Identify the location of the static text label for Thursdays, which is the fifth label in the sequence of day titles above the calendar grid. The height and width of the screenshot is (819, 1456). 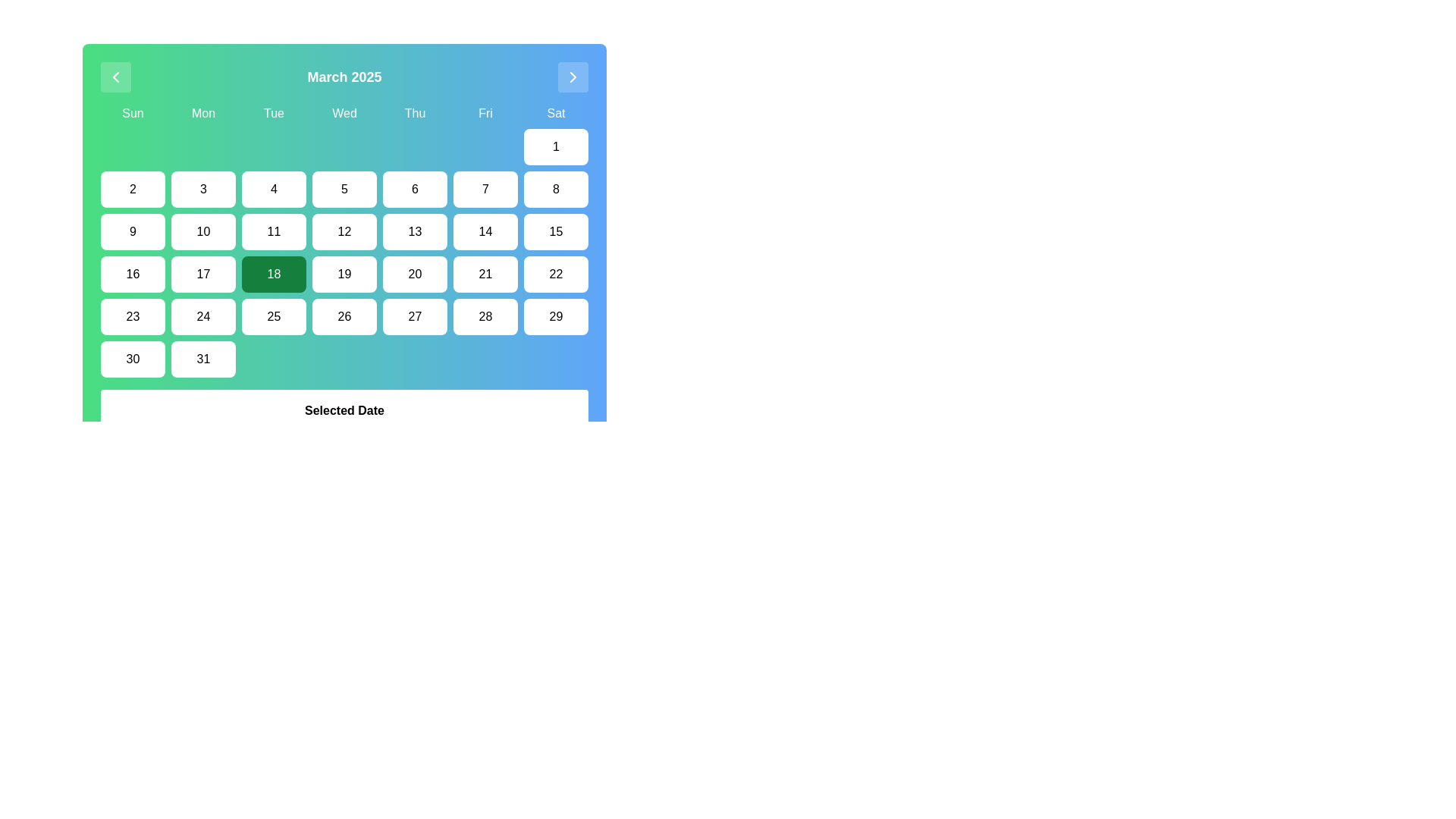
(415, 113).